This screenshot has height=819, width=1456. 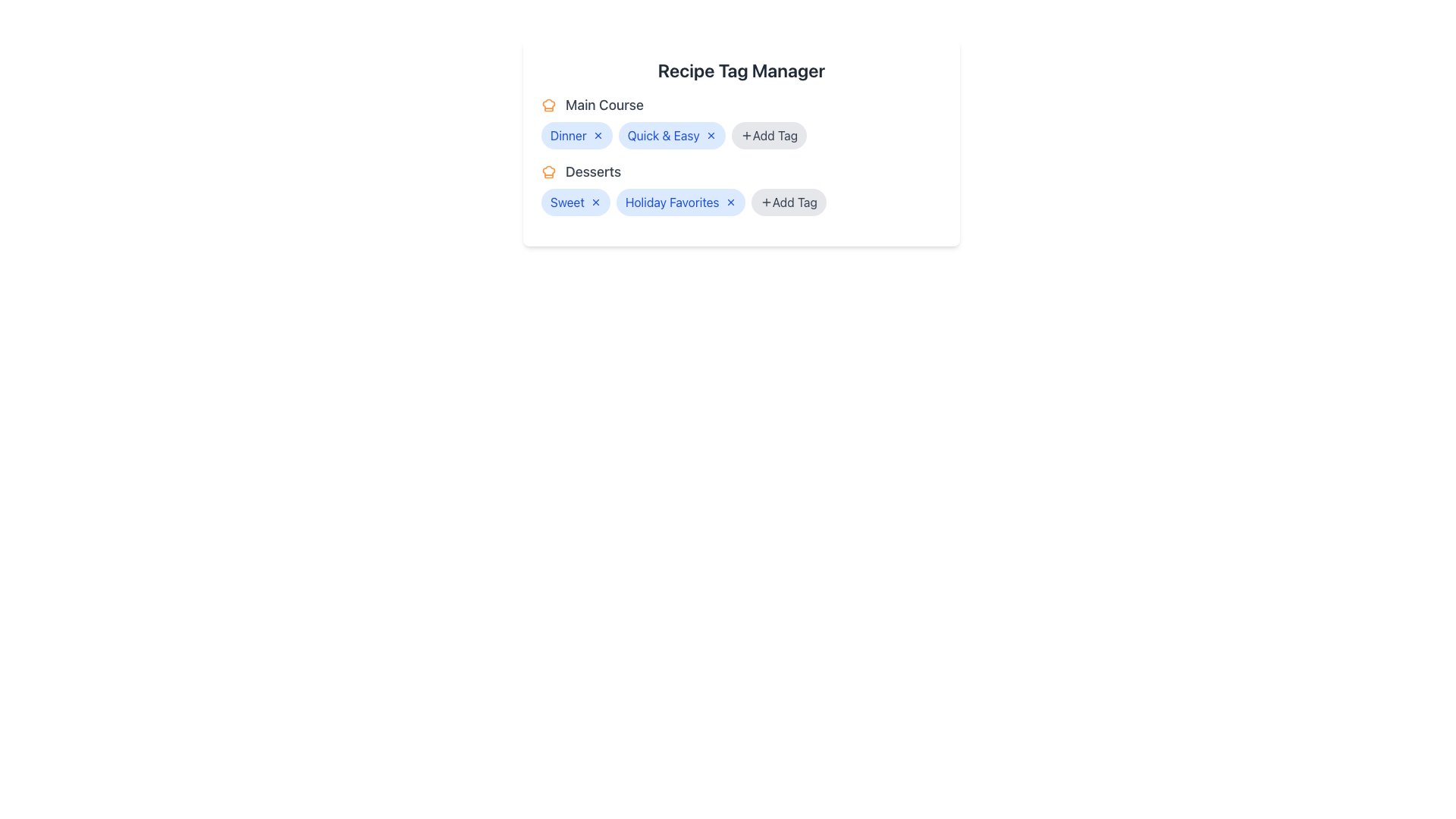 What do you see at coordinates (548, 171) in the screenshot?
I see `the chef's hat icon, which is styled in orange and located to the left of the 'Desserts' label` at bounding box center [548, 171].